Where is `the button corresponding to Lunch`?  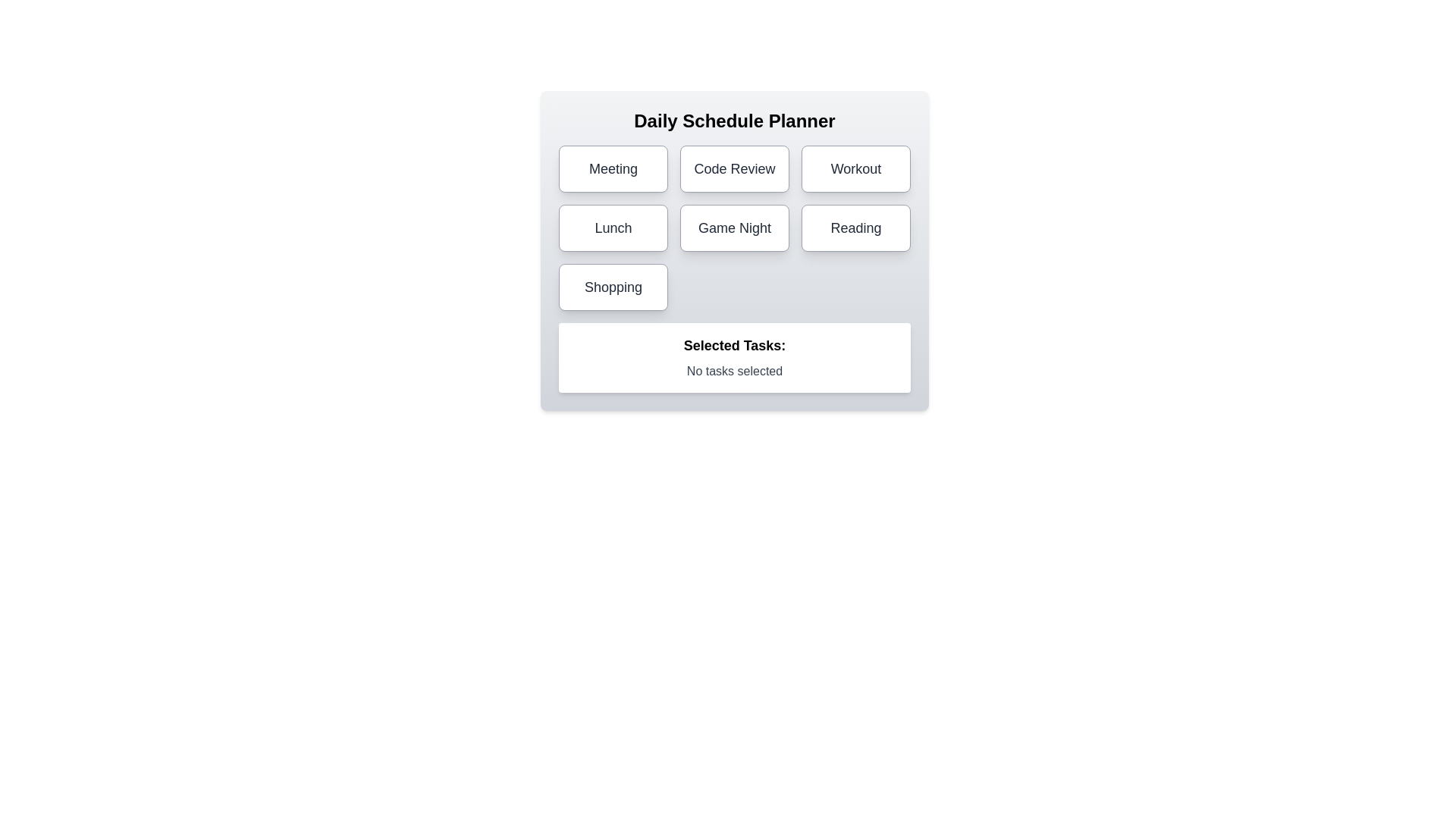 the button corresponding to Lunch is located at coordinates (613, 227).